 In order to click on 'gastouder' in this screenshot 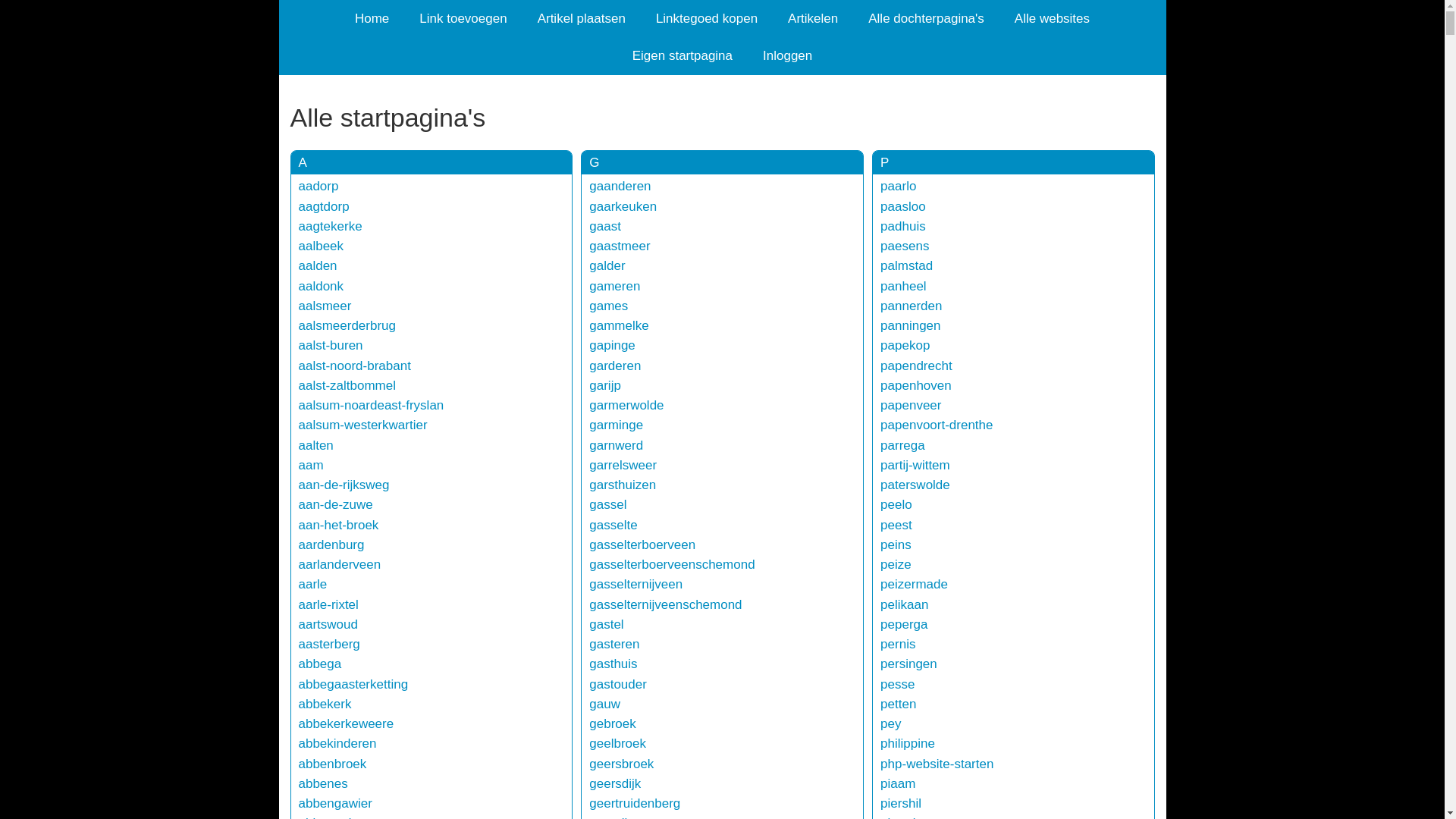, I will do `click(618, 684)`.